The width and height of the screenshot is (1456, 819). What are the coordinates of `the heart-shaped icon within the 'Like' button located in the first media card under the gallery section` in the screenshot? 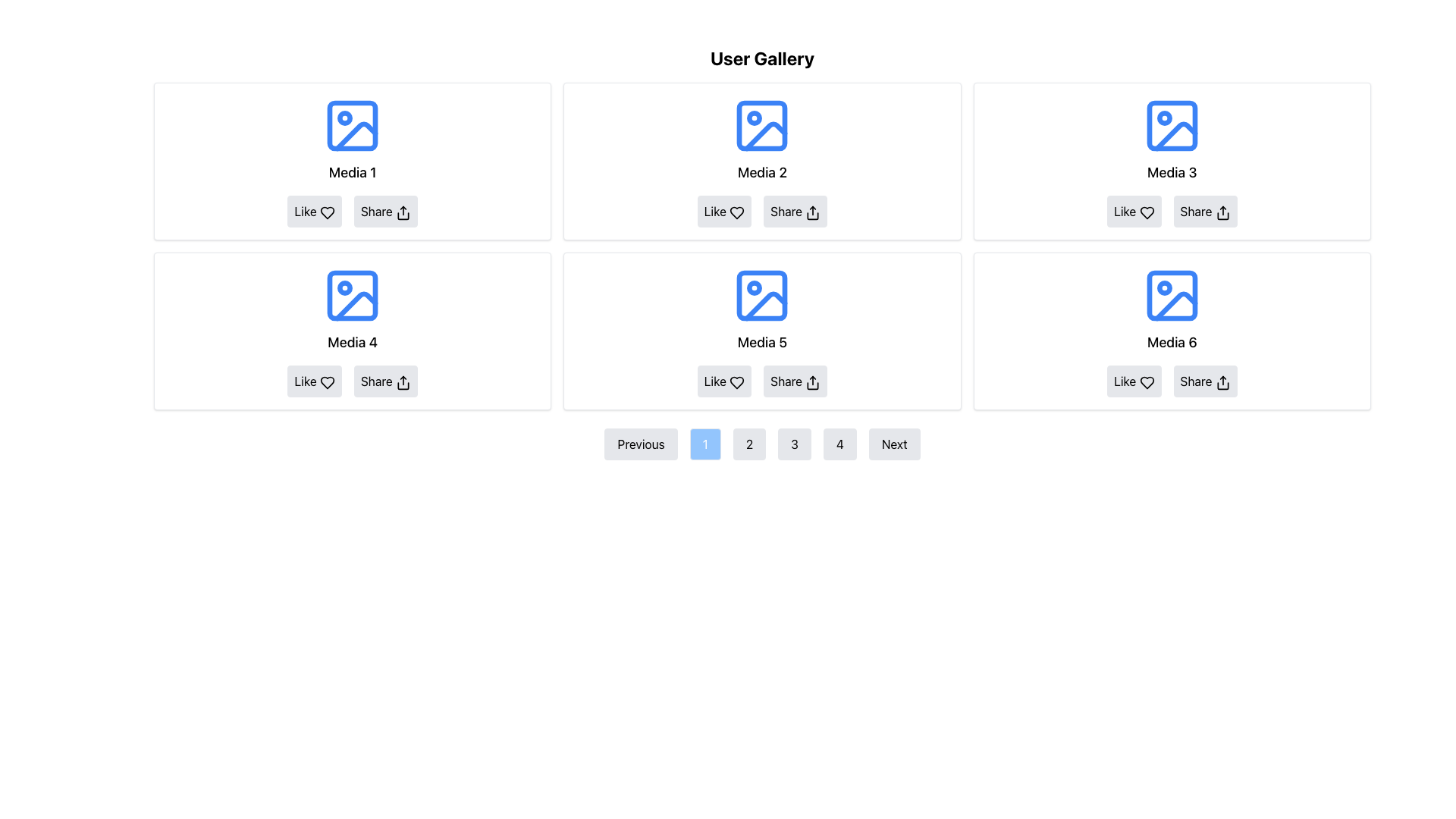 It's located at (326, 212).